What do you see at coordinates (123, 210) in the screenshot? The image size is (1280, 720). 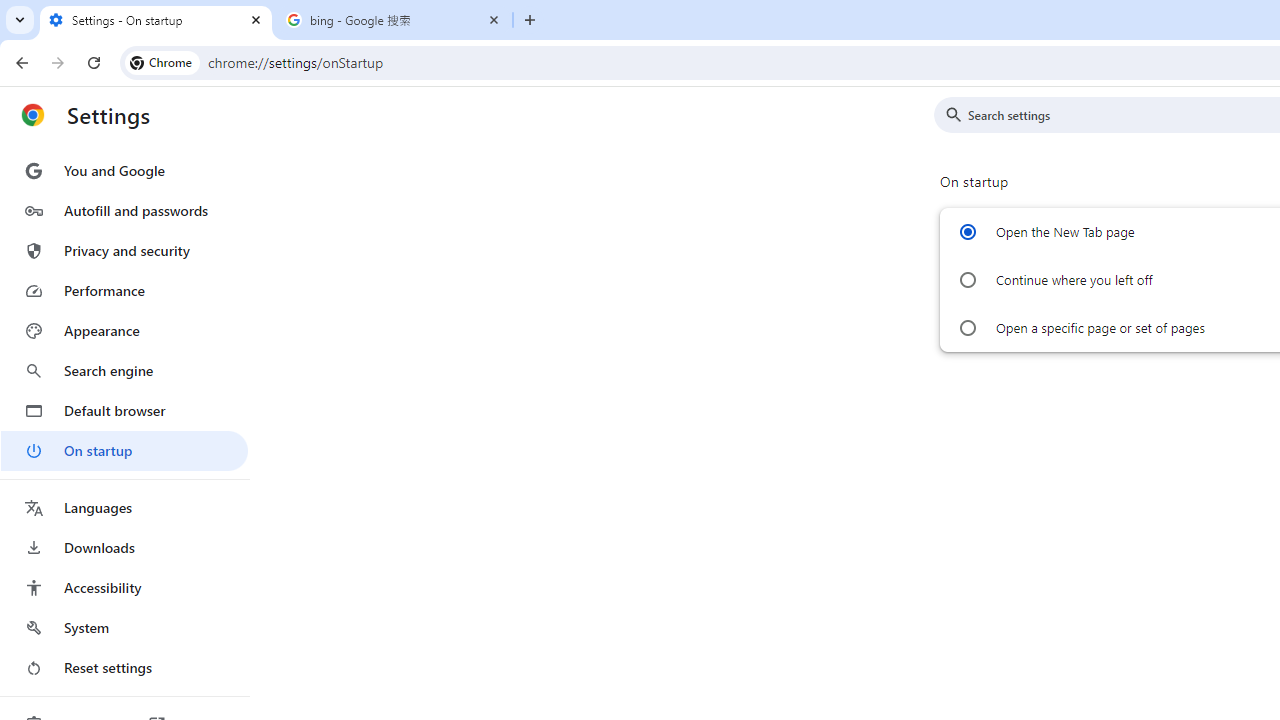 I see `'Autofill and passwords'` at bounding box center [123, 210].